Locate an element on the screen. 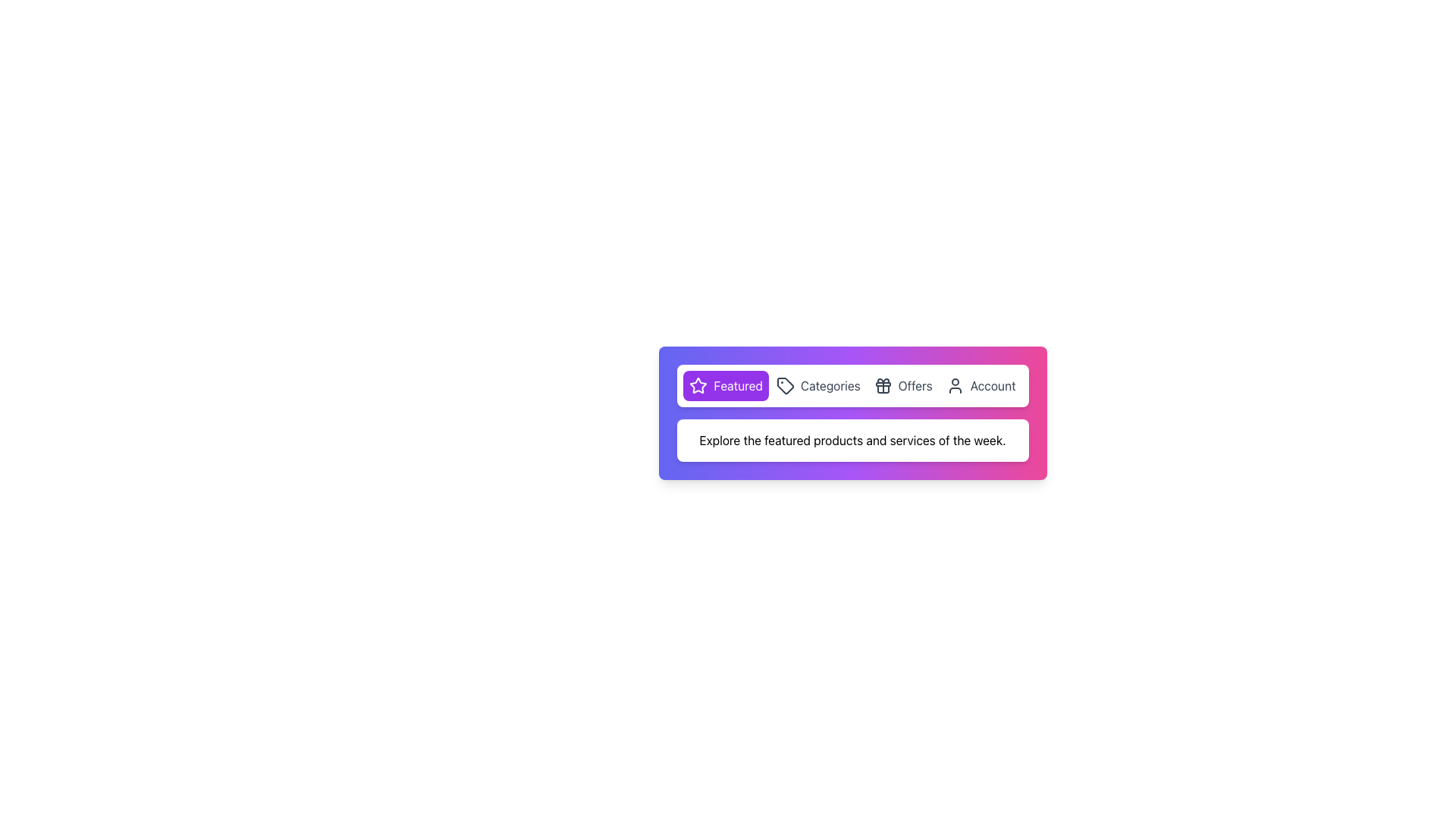  the 'Categories' button, which is the second button in a row of four, featuring a price tag icon and neutral gray text is located at coordinates (817, 385).